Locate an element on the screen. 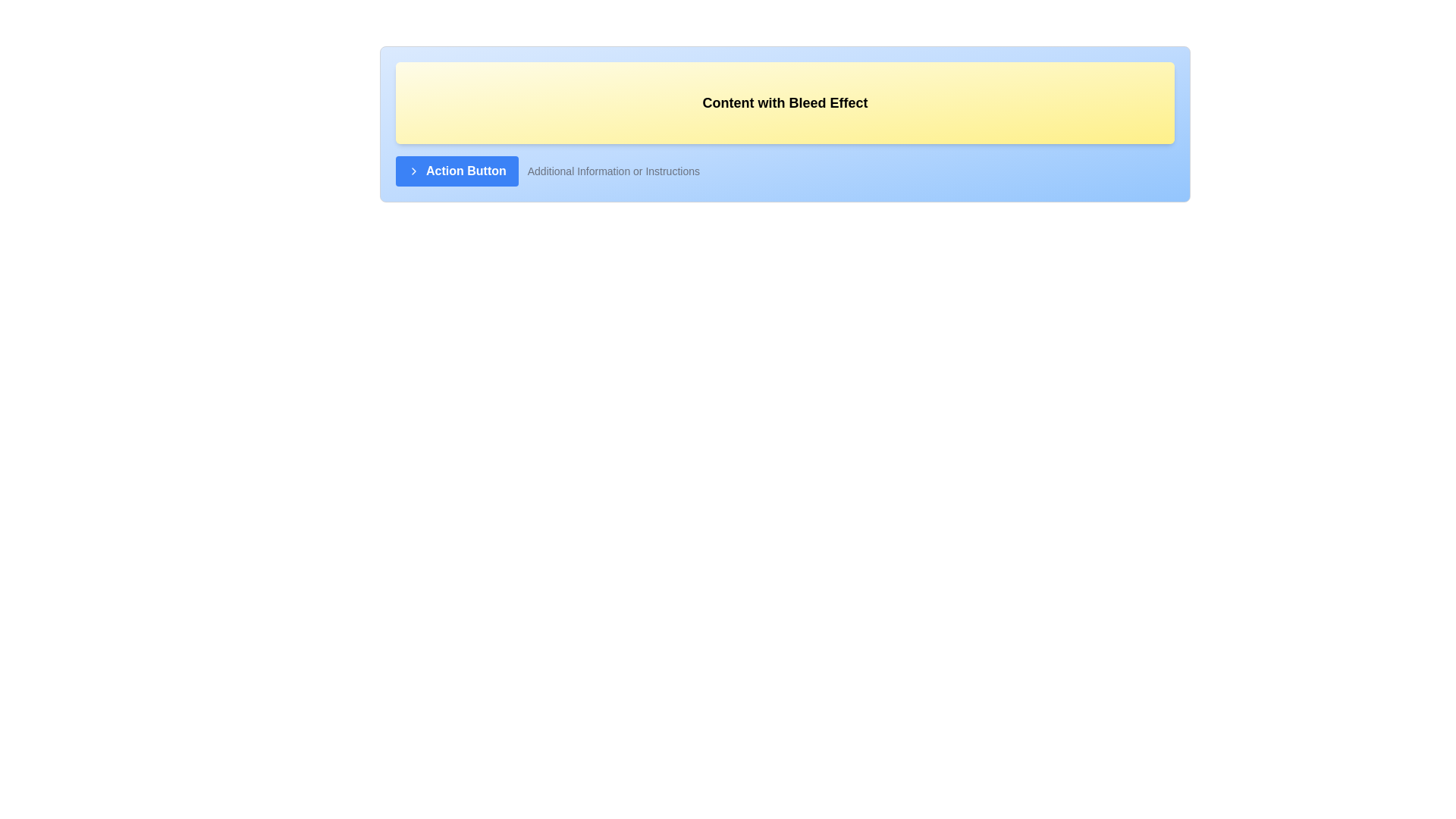  the Text Label displaying 'Additional Information or Instructions', which is positioned to the right of the blue 'Action Button' is located at coordinates (613, 171).